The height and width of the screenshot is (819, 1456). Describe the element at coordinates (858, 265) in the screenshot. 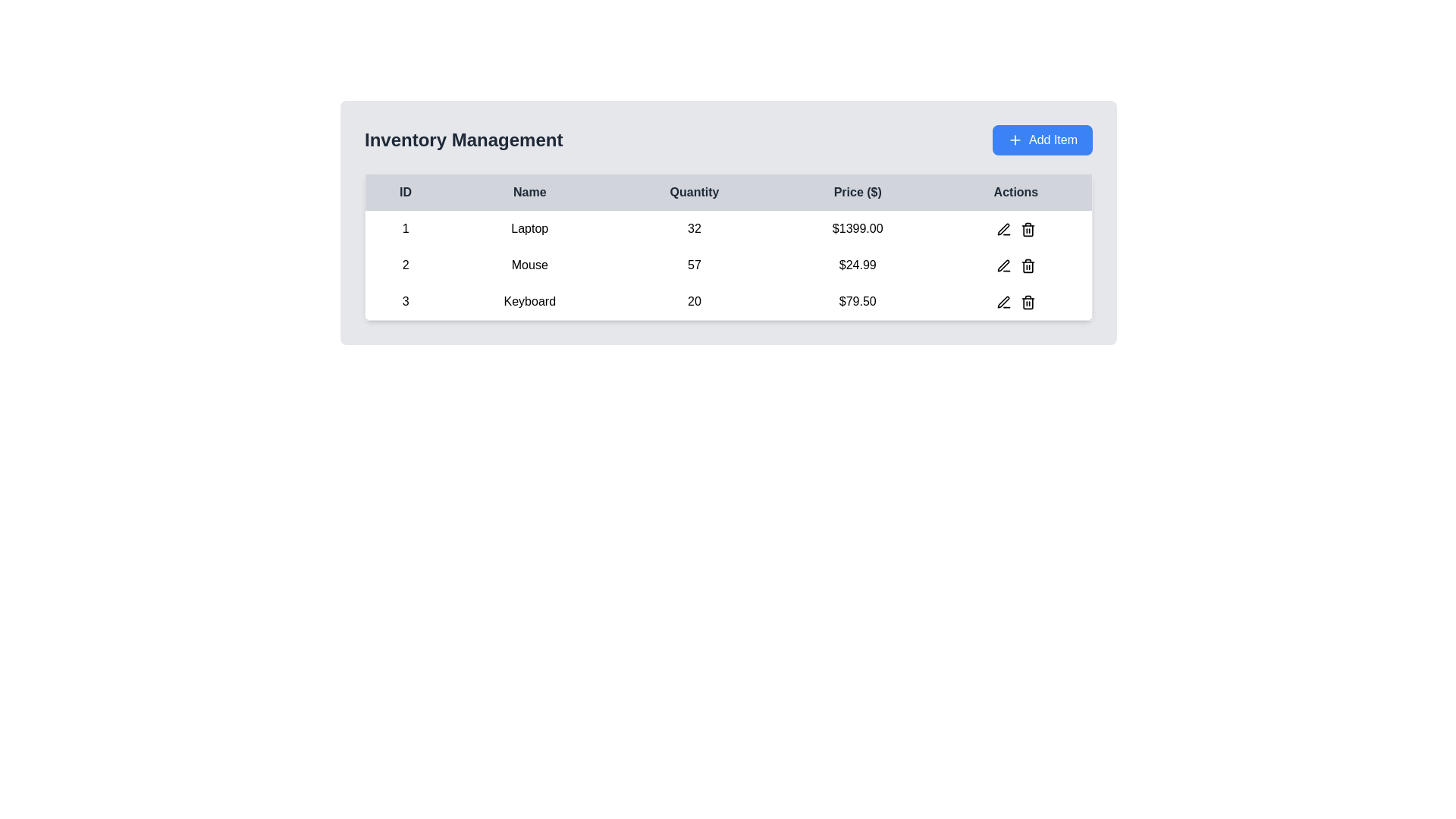

I see `the text element displaying the cost of the item 'Mouse' in the 'Price ($)' column of the inventory management table` at that location.